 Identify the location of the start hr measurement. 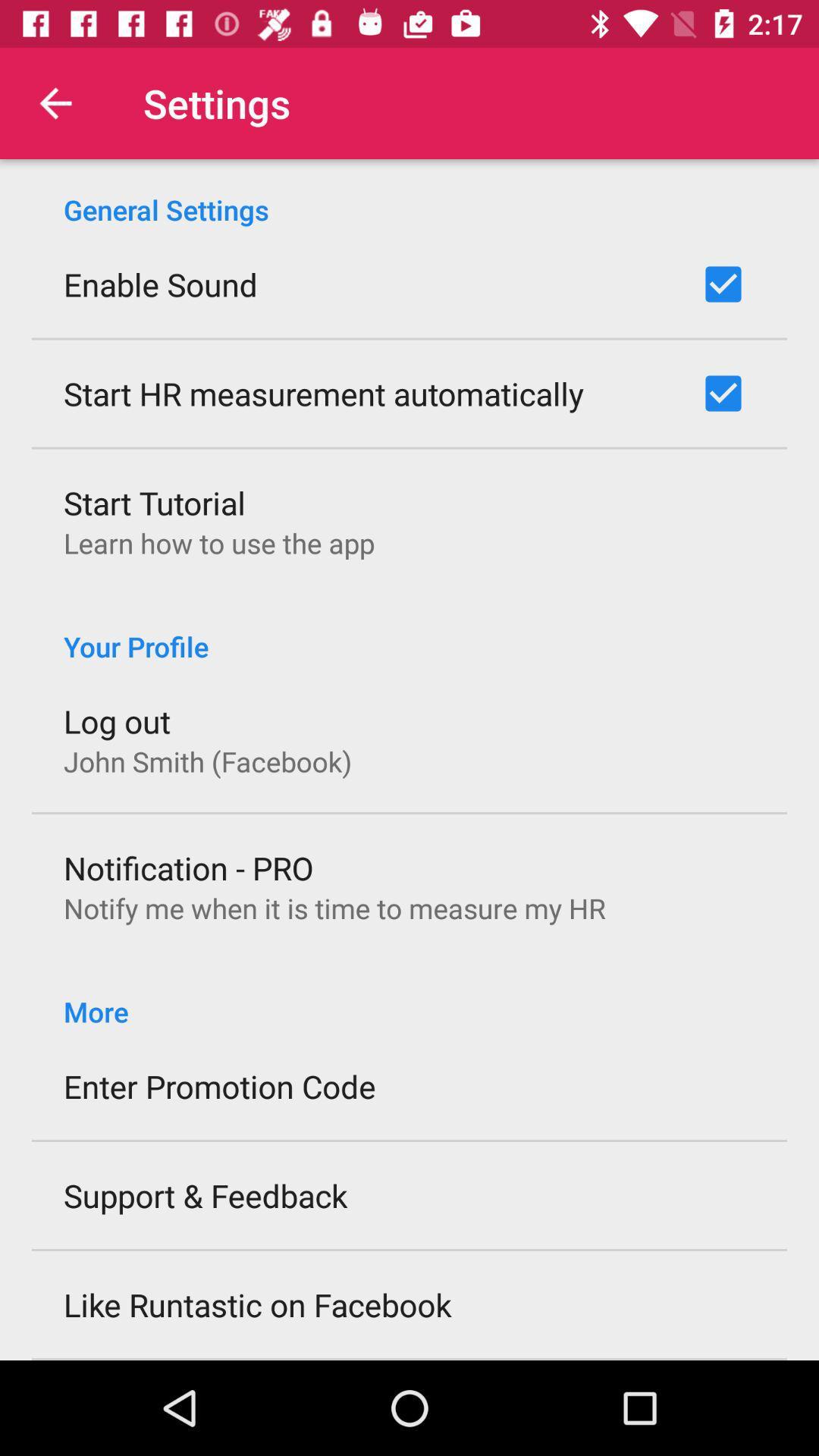
(323, 393).